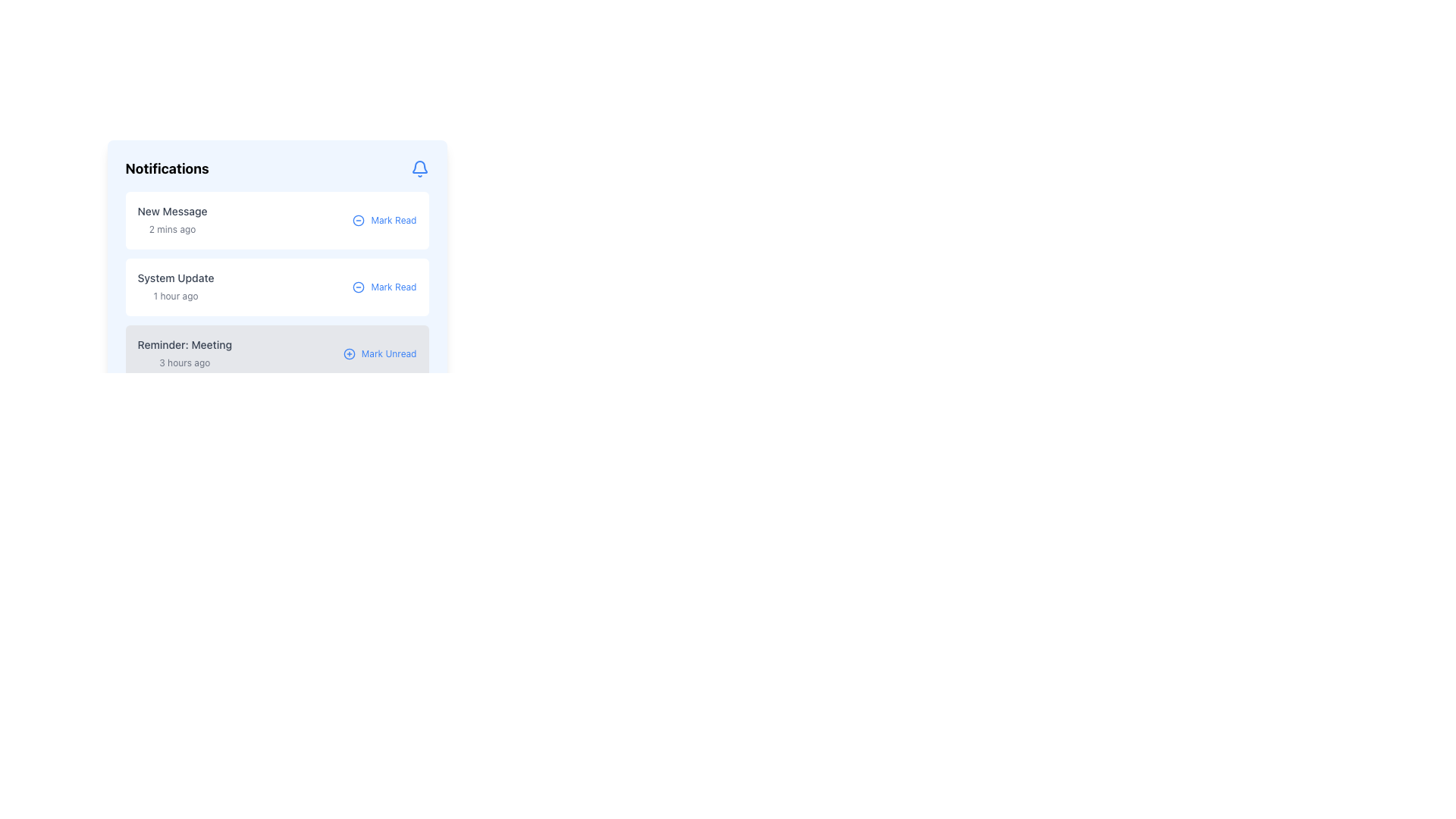 The width and height of the screenshot is (1456, 819). Describe the element at coordinates (172, 211) in the screenshot. I see `the text label of the first notification item, which conveys the primary information of the notification, positioned above the timestamp indicating '2 mins ago.'` at that location.